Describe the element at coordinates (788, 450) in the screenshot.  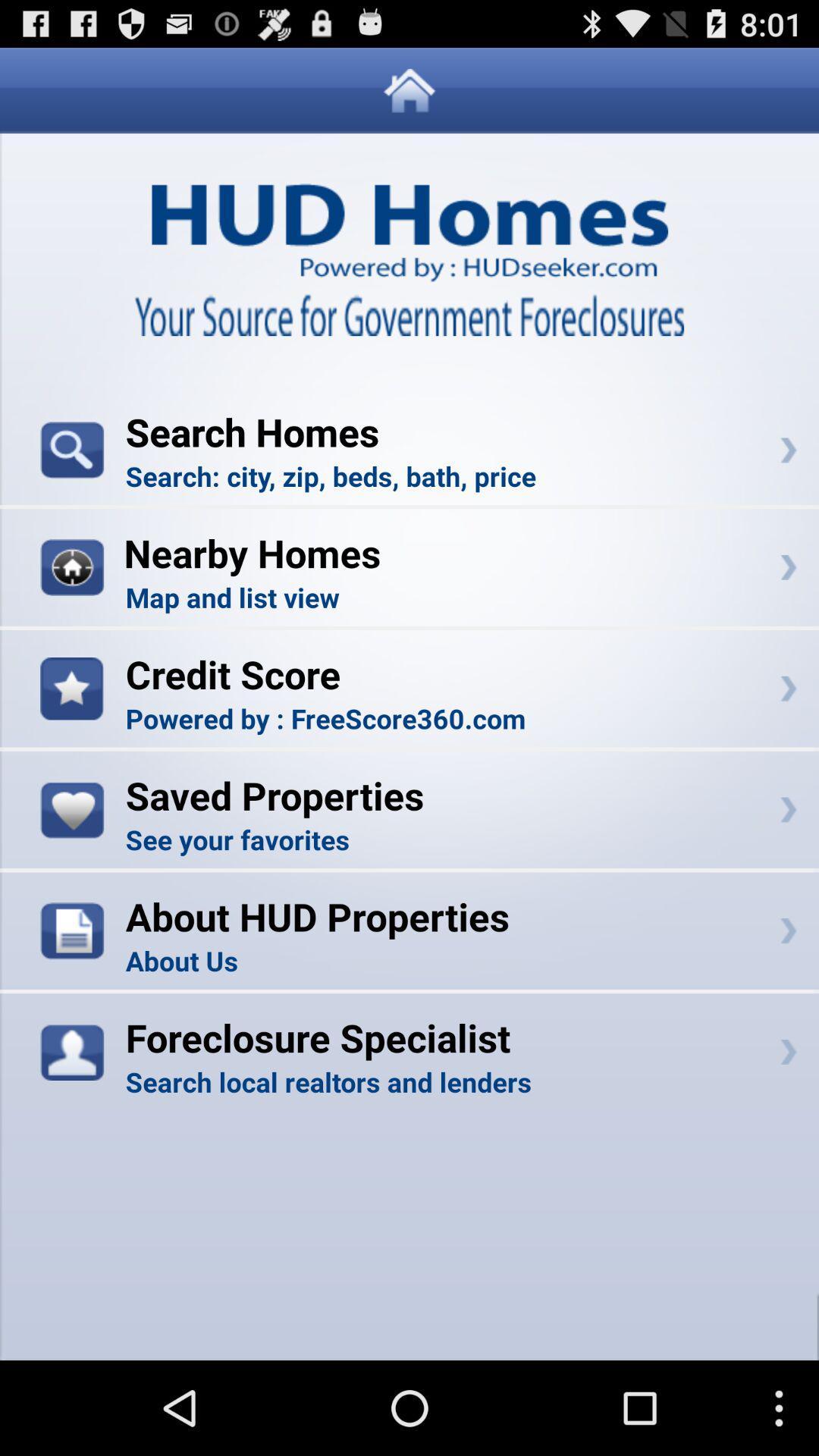
I see `the first next button at the right side of the page` at that location.